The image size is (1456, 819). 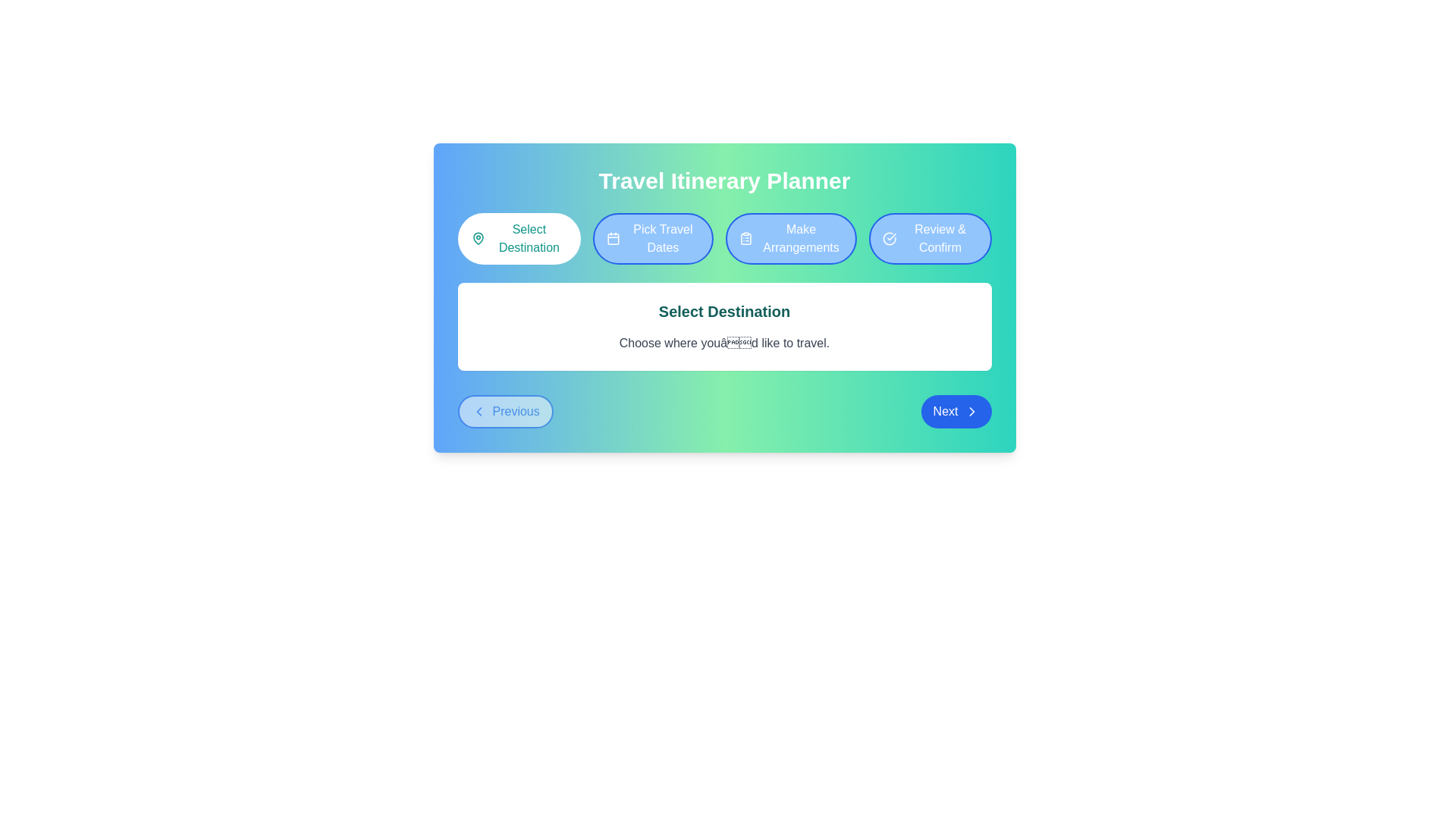 I want to click on the navigational cue icon located within the 'Previous' button, which indicates a backward action, so click(x=478, y=412).